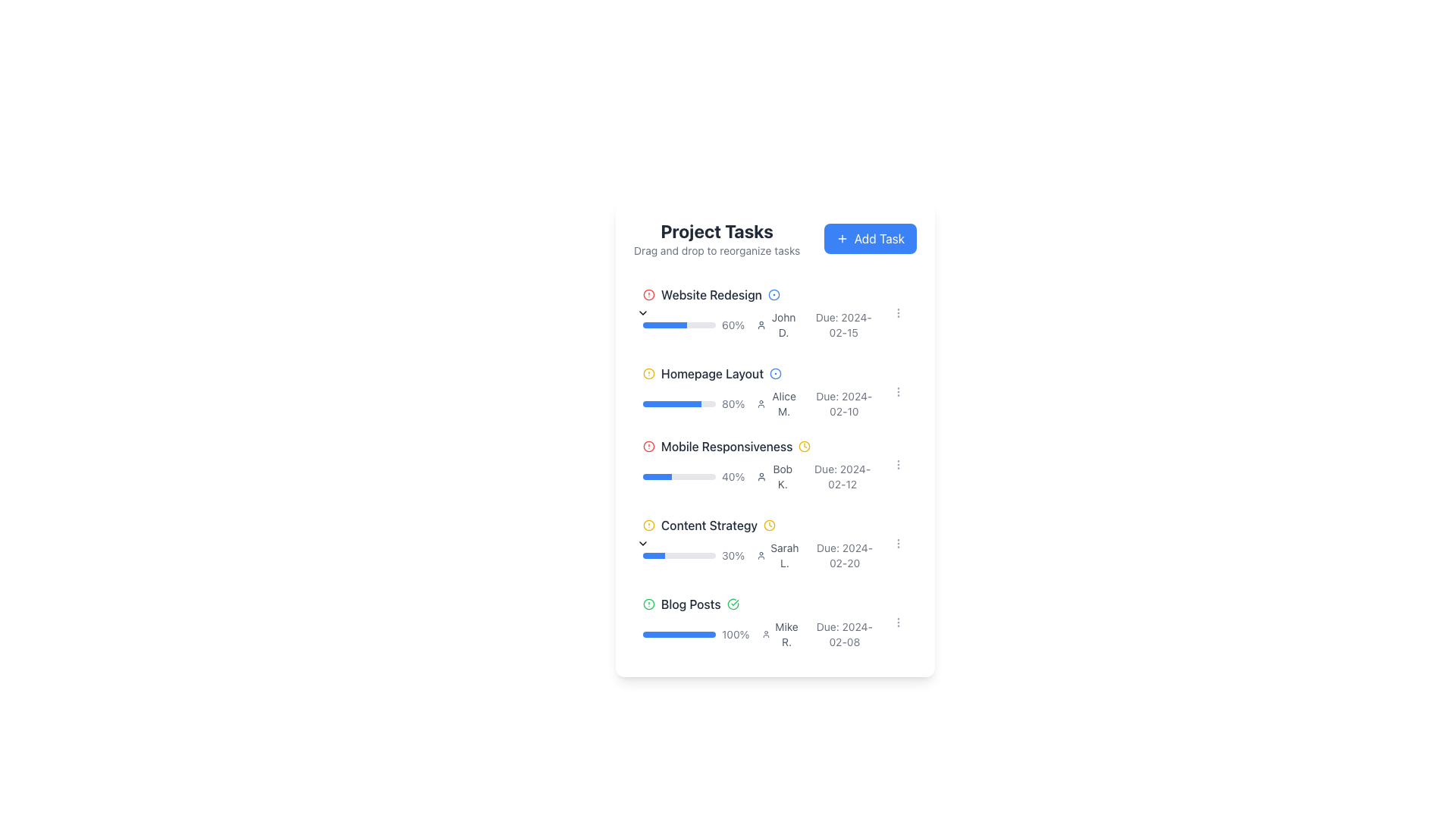 The image size is (1456, 819). What do you see at coordinates (760, 475) in the screenshot?
I see `the progress bar in the Informational display group under the 'Mobile Responsiveness' task entry` at bounding box center [760, 475].